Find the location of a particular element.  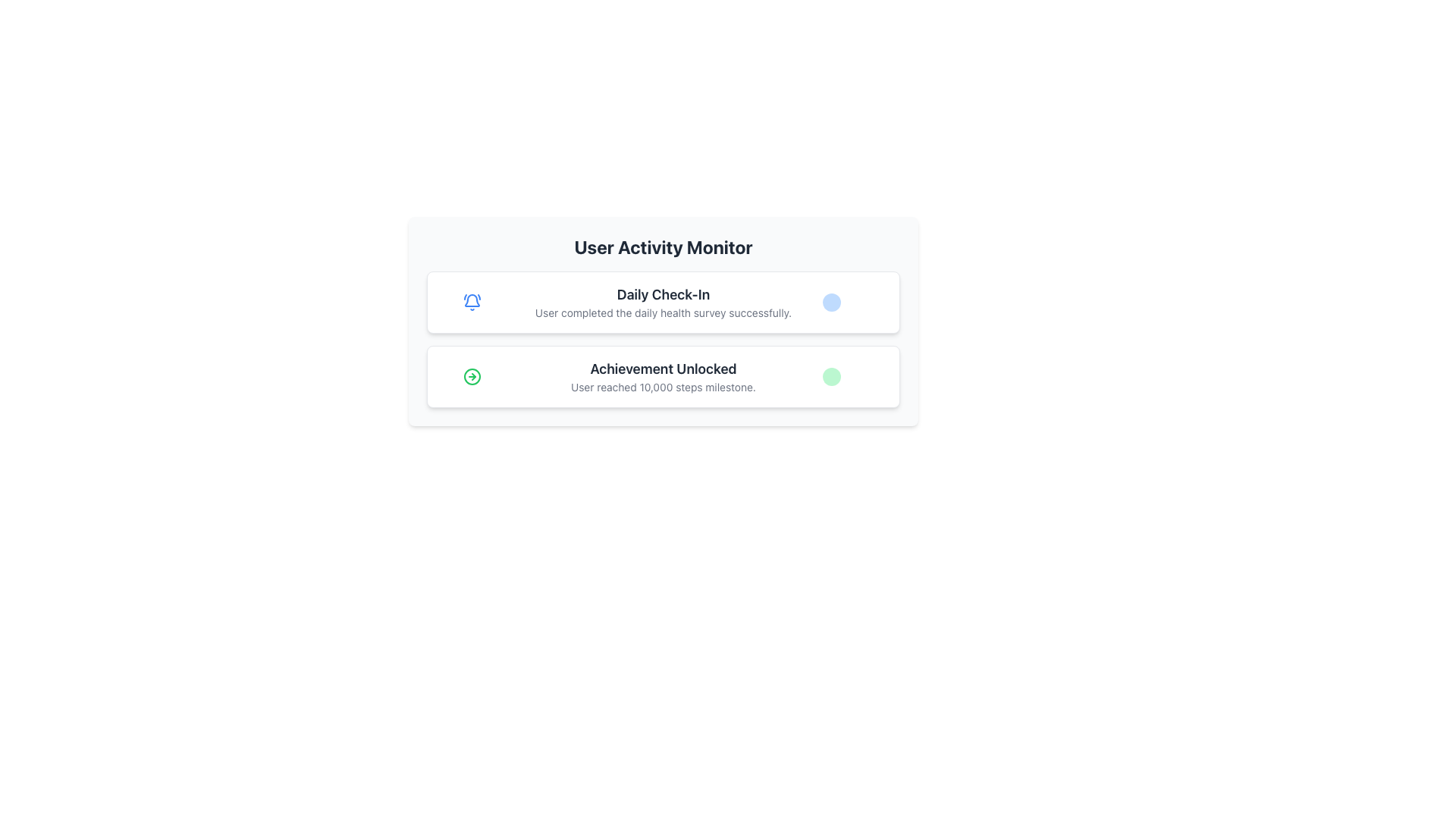

the notification icon located at the center of the top row in the 'User Activity Monitor' section, which indicates alerts related to daily check-ins is located at coordinates (471, 302).